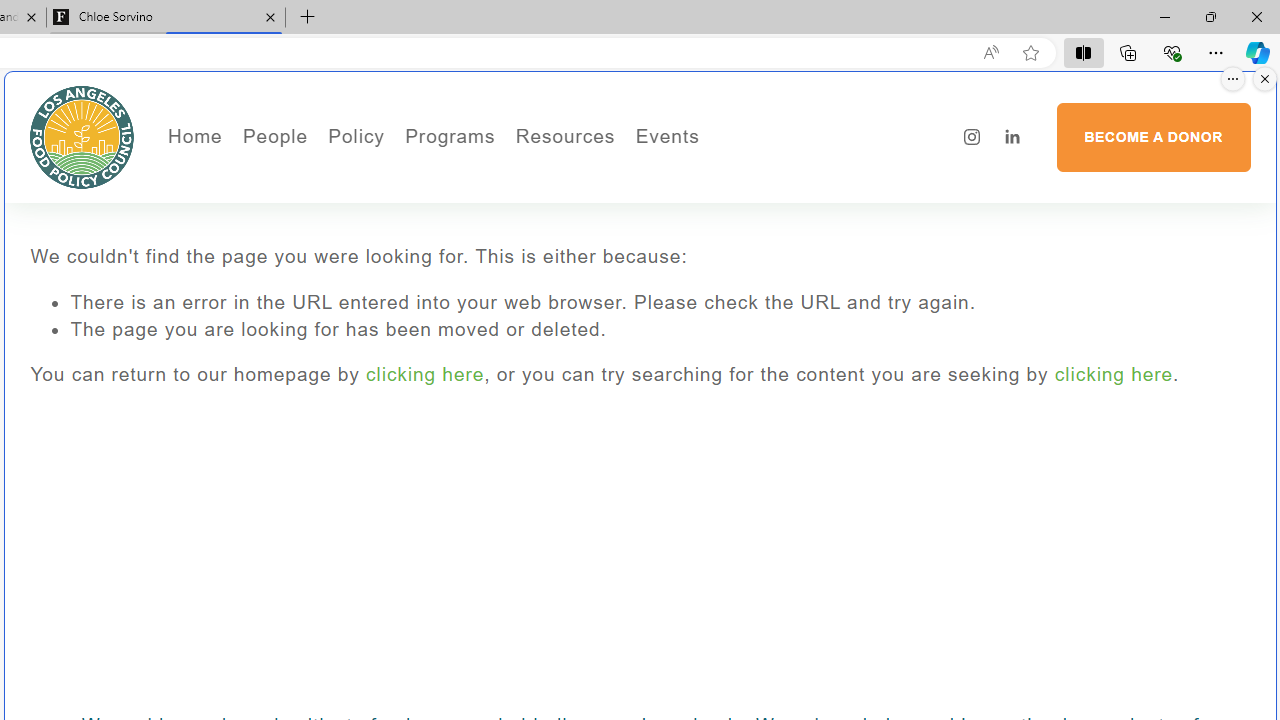  Describe the element at coordinates (80, 135) in the screenshot. I see `'Los Angeles Food Policy Council'` at that location.